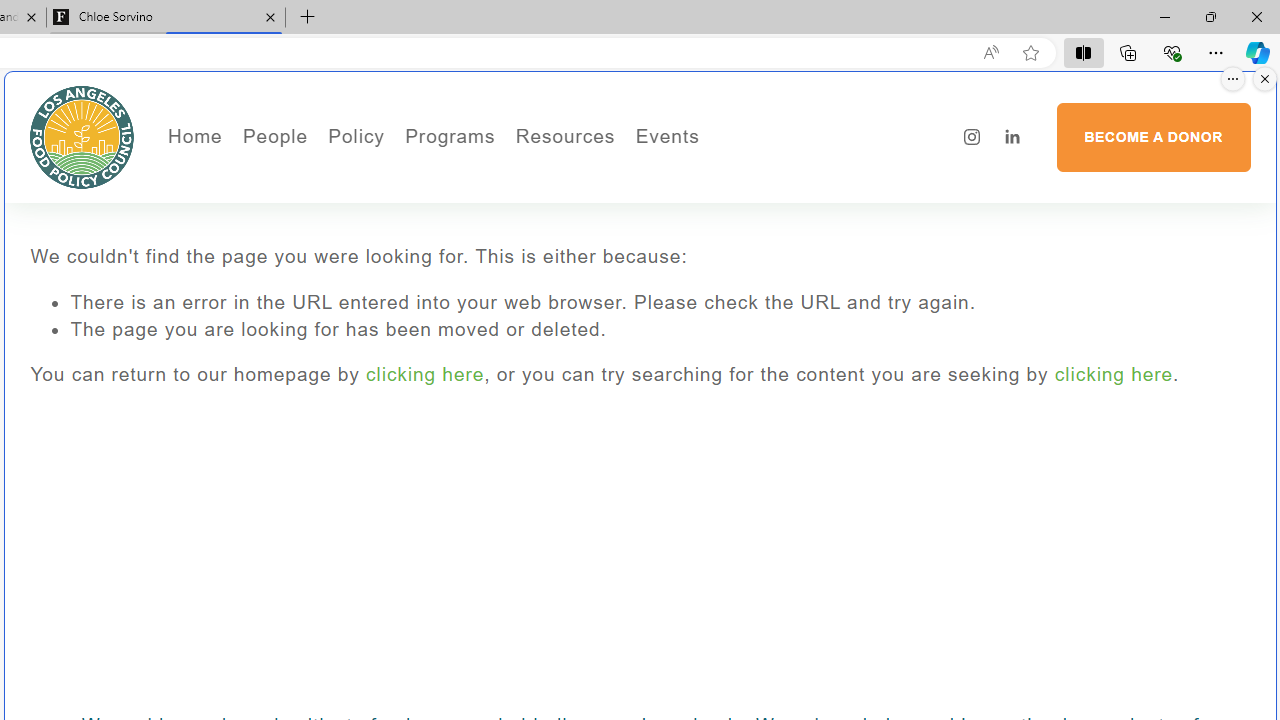  Describe the element at coordinates (80, 135) in the screenshot. I see `'Los Angeles Food Policy Council'` at that location.